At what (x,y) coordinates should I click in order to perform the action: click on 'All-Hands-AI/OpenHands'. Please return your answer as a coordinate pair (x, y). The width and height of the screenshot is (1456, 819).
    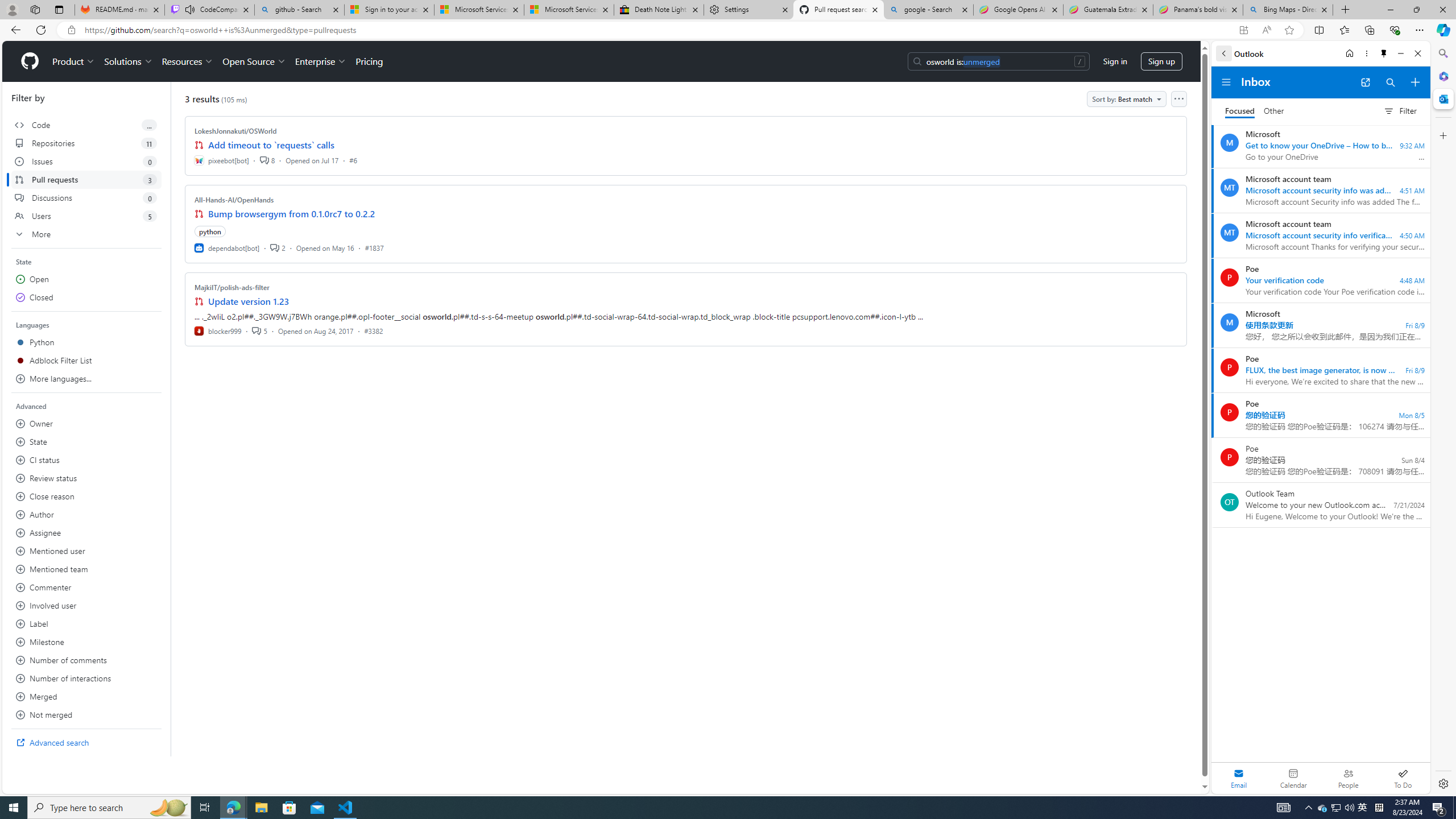
    Looking at the image, I should click on (234, 200).